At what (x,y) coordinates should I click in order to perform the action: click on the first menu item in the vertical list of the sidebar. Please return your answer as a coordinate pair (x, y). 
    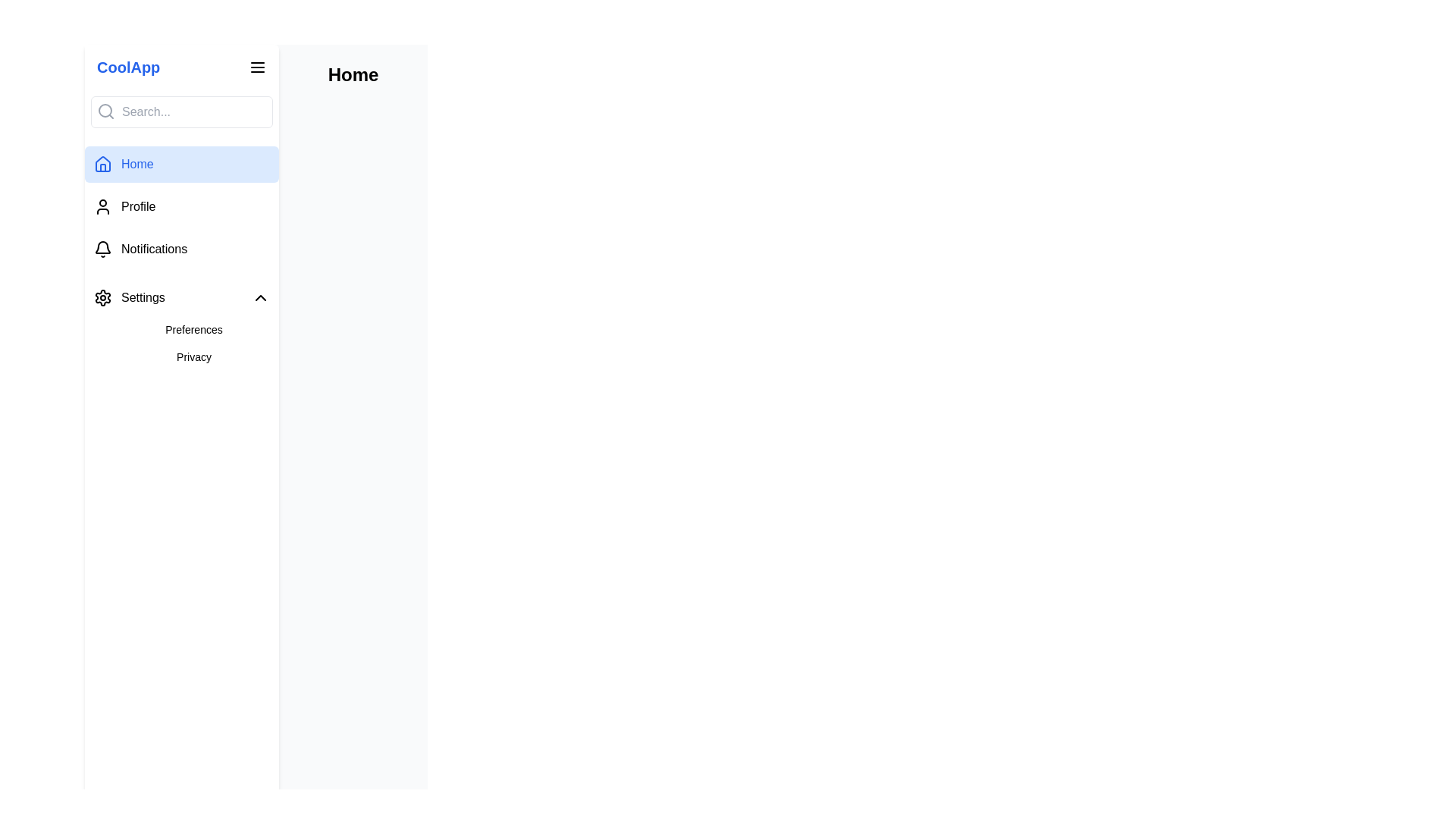
    Looking at the image, I should click on (182, 298).